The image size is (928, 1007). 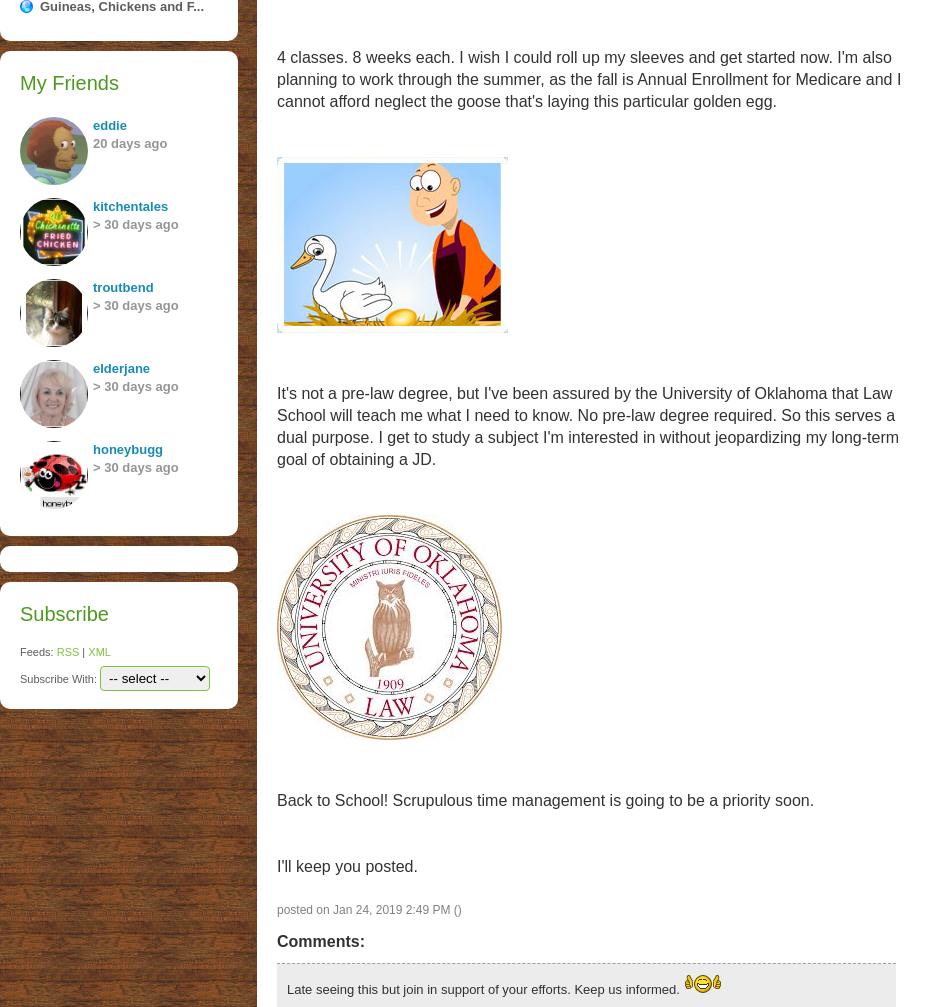 I want to click on 'Back to School! Scrupulous time management is going to be a priority soon.', so click(x=276, y=799).